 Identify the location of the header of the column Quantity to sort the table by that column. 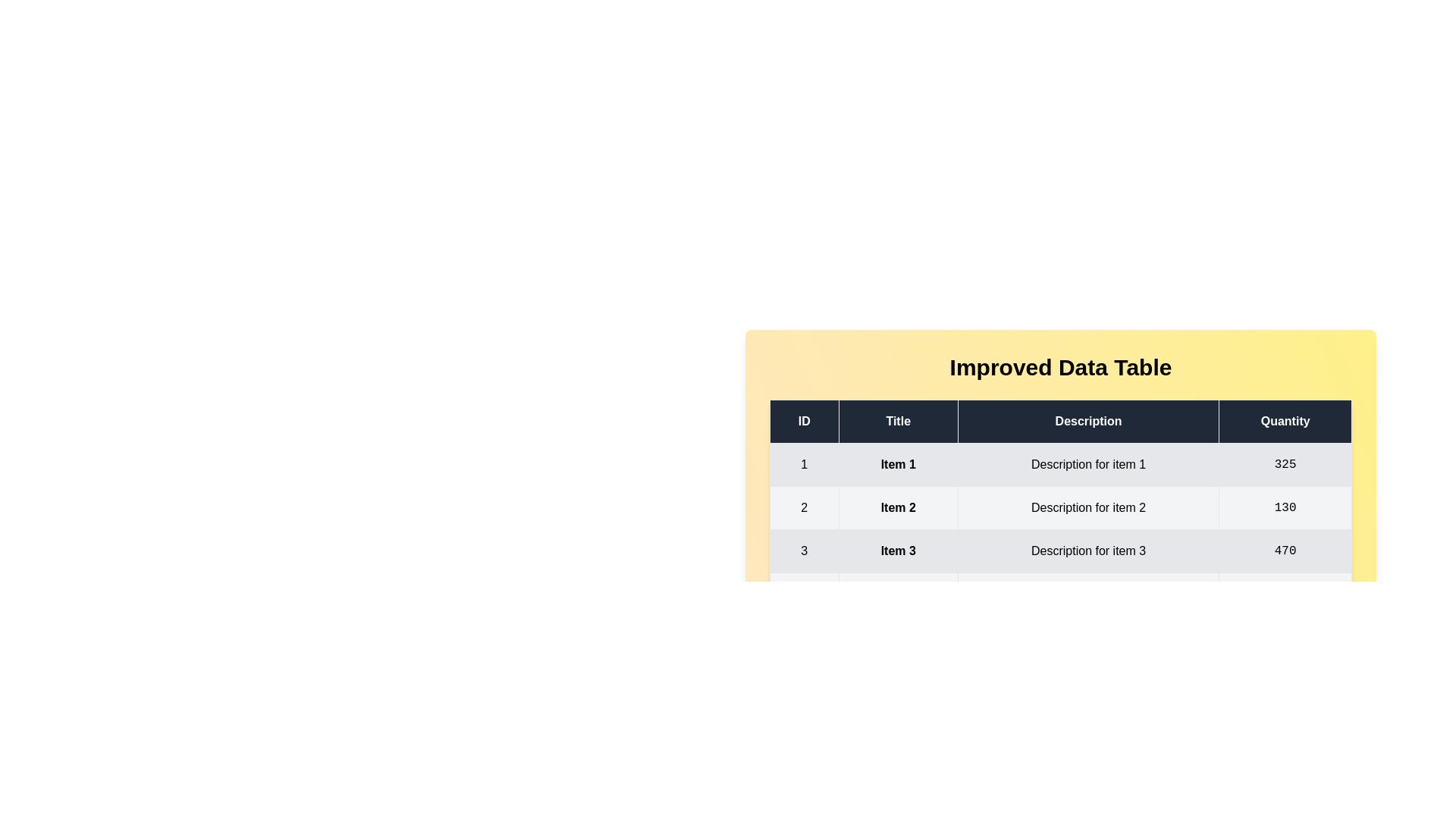
(1285, 421).